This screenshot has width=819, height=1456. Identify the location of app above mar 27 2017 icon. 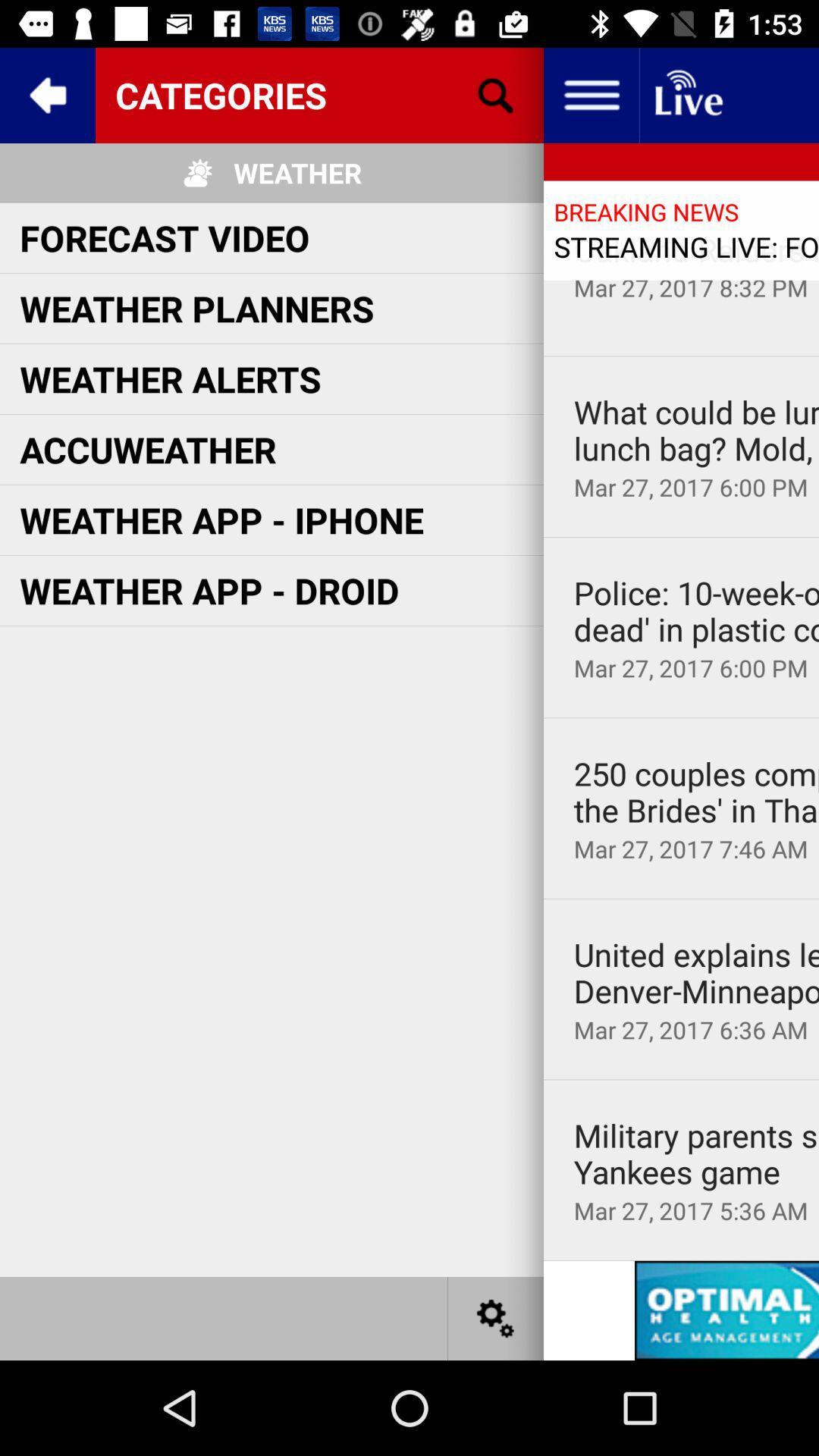
(696, 973).